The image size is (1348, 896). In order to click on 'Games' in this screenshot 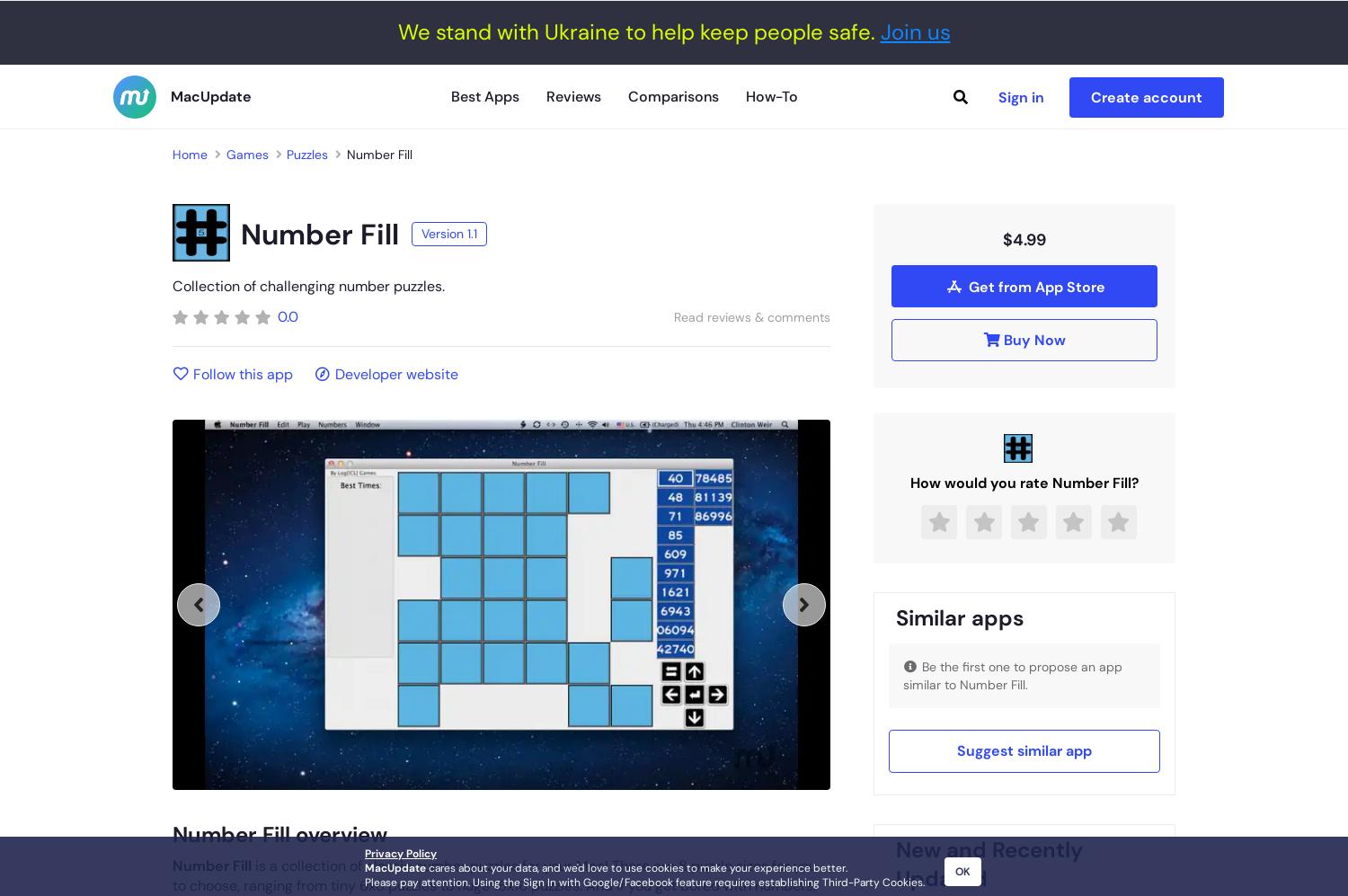, I will do `click(246, 153)`.